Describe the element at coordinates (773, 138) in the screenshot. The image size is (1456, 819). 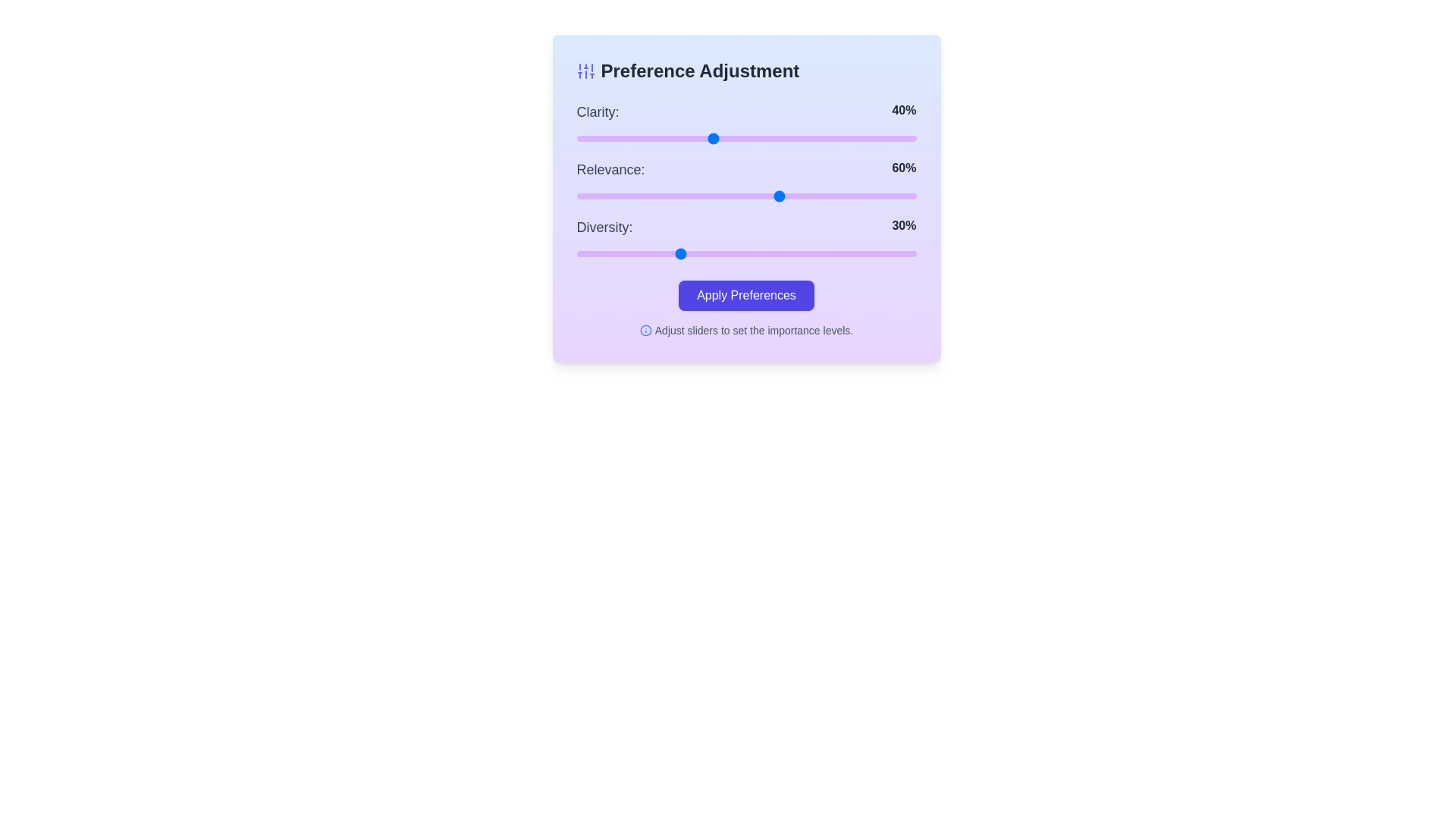
I see `the slider for 0 to 58%` at that location.